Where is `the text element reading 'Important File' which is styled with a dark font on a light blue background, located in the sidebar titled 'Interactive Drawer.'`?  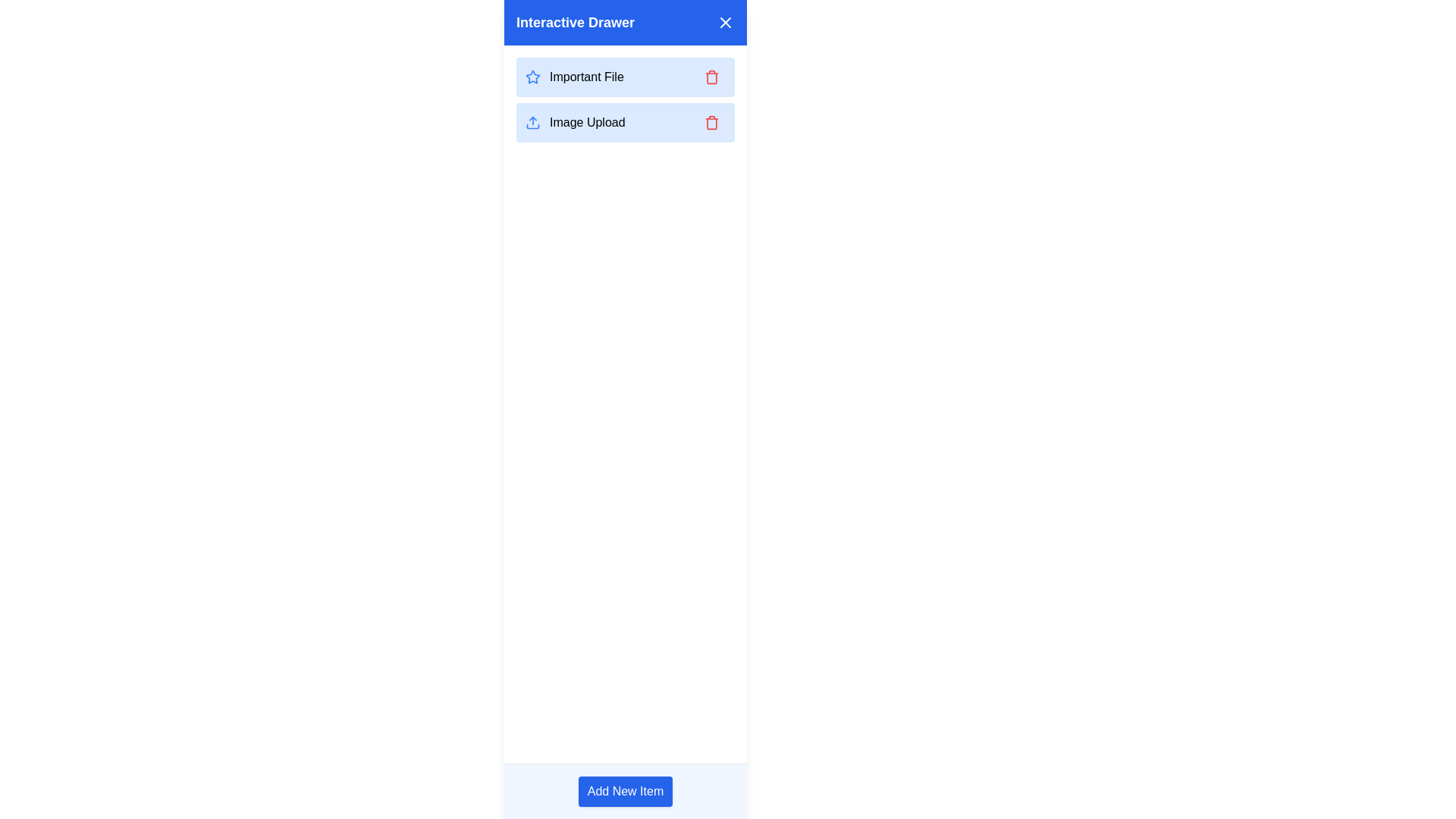 the text element reading 'Important File' which is styled with a dark font on a light blue background, located in the sidebar titled 'Interactive Drawer.' is located at coordinates (585, 77).